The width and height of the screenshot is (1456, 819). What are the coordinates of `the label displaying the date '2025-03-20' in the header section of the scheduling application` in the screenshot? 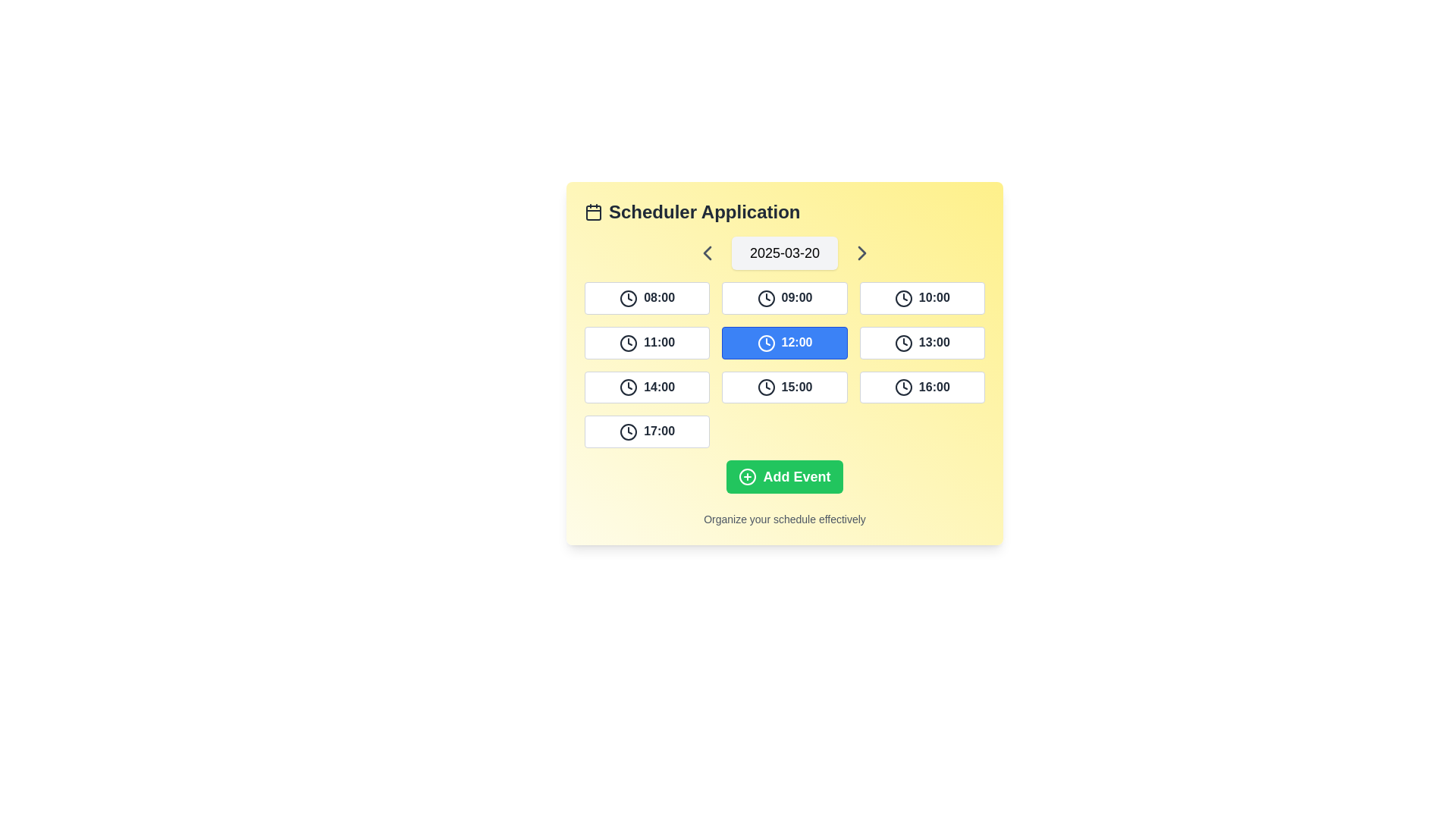 It's located at (785, 253).